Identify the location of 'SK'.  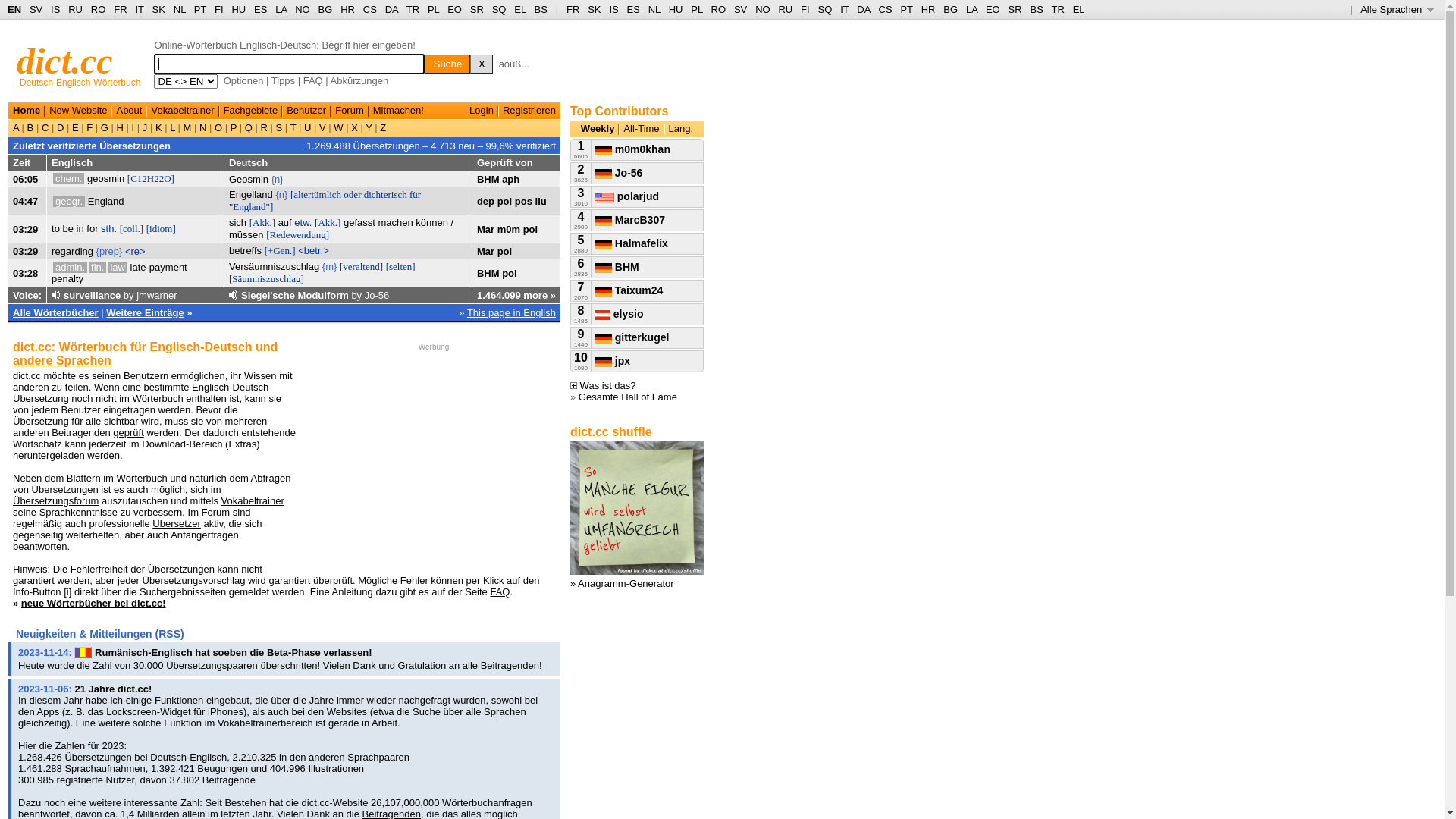
(586, 9).